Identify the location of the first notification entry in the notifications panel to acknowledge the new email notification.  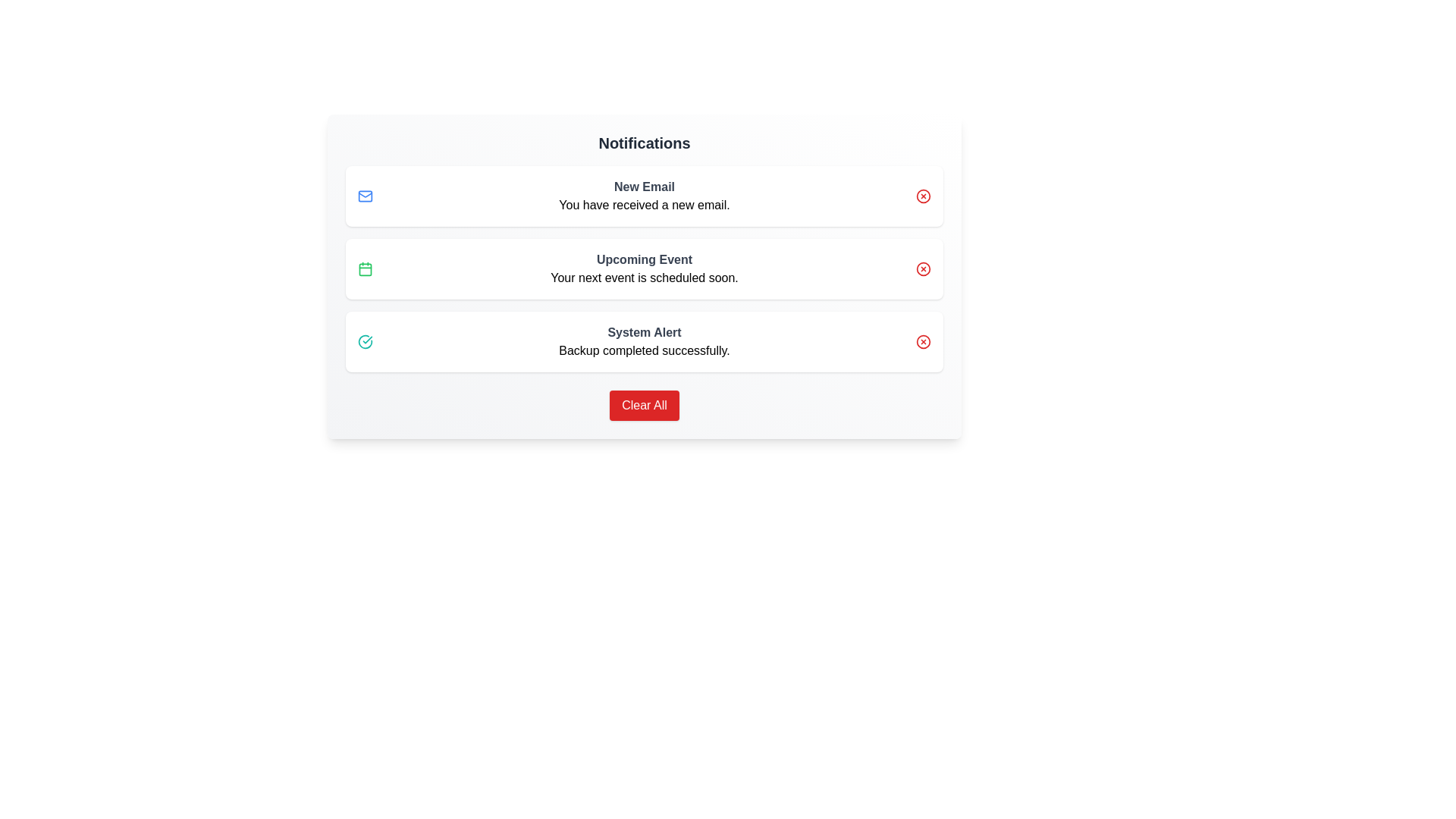
(644, 195).